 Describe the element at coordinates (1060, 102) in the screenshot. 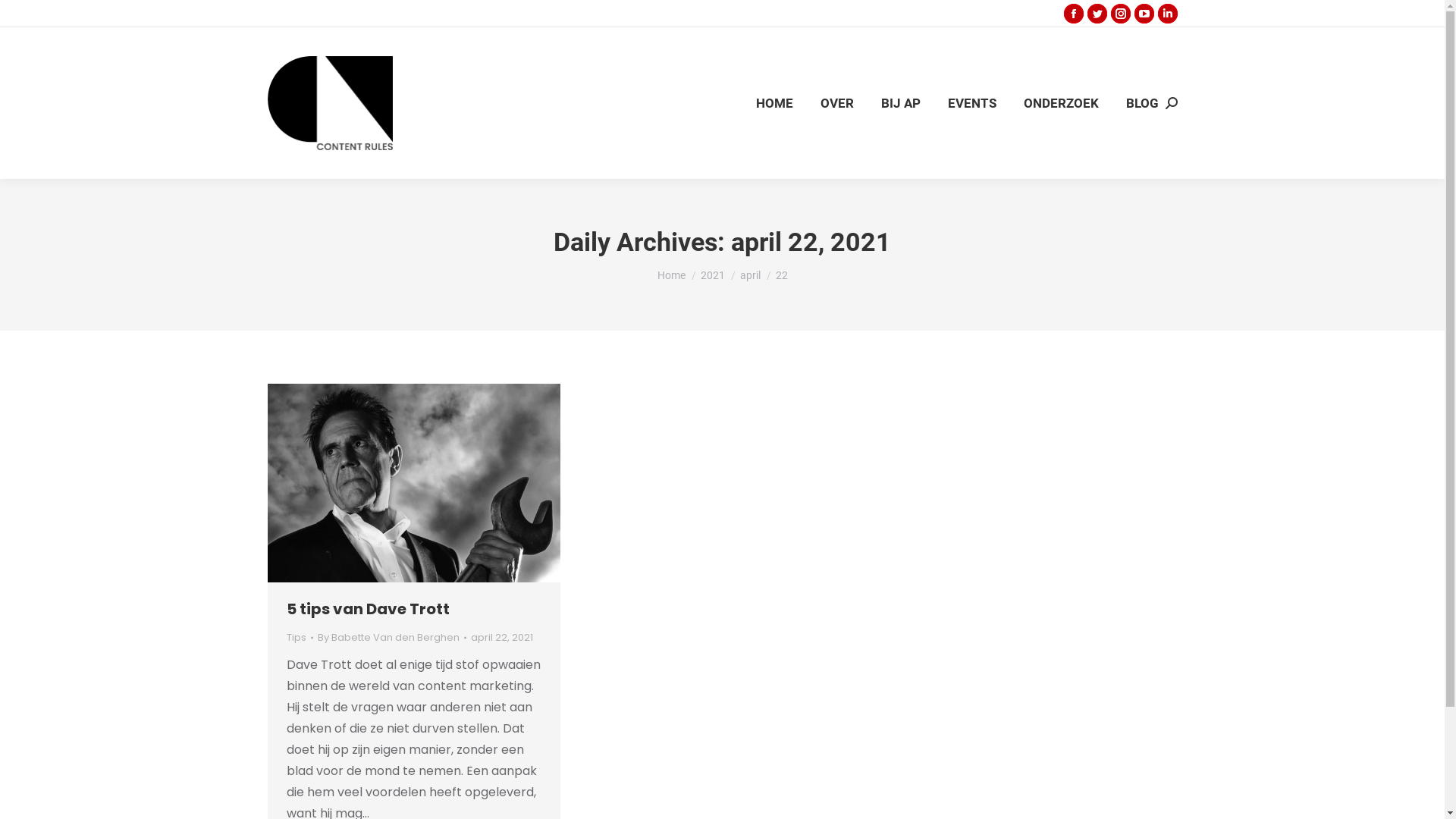

I see `'ONDERZOEK'` at that location.